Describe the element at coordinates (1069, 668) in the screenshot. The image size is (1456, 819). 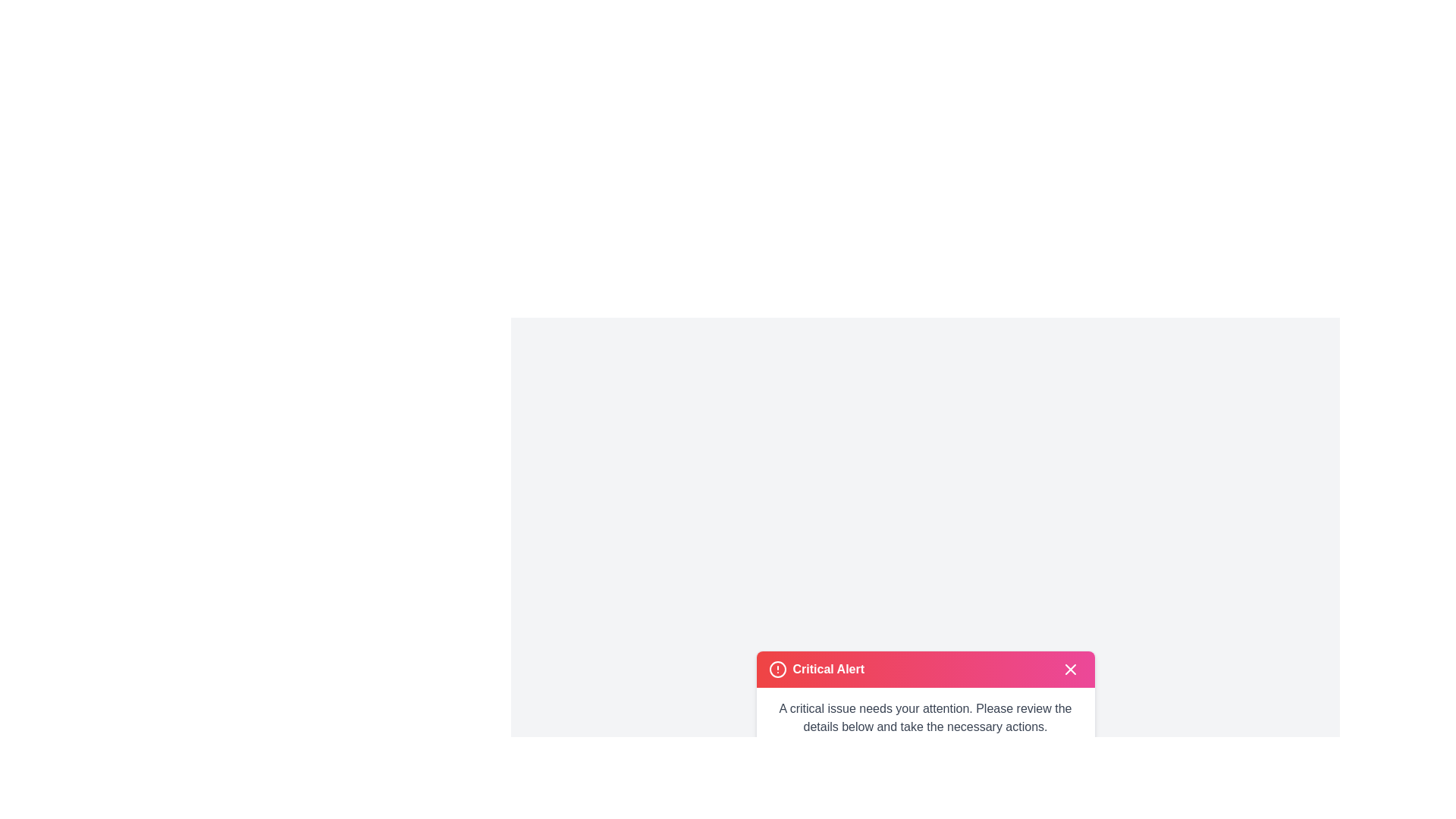
I see `the 'X' icon (Close Button) positioned in the top-right corner of the pink alert box labeled 'Critical Alert'` at that location.